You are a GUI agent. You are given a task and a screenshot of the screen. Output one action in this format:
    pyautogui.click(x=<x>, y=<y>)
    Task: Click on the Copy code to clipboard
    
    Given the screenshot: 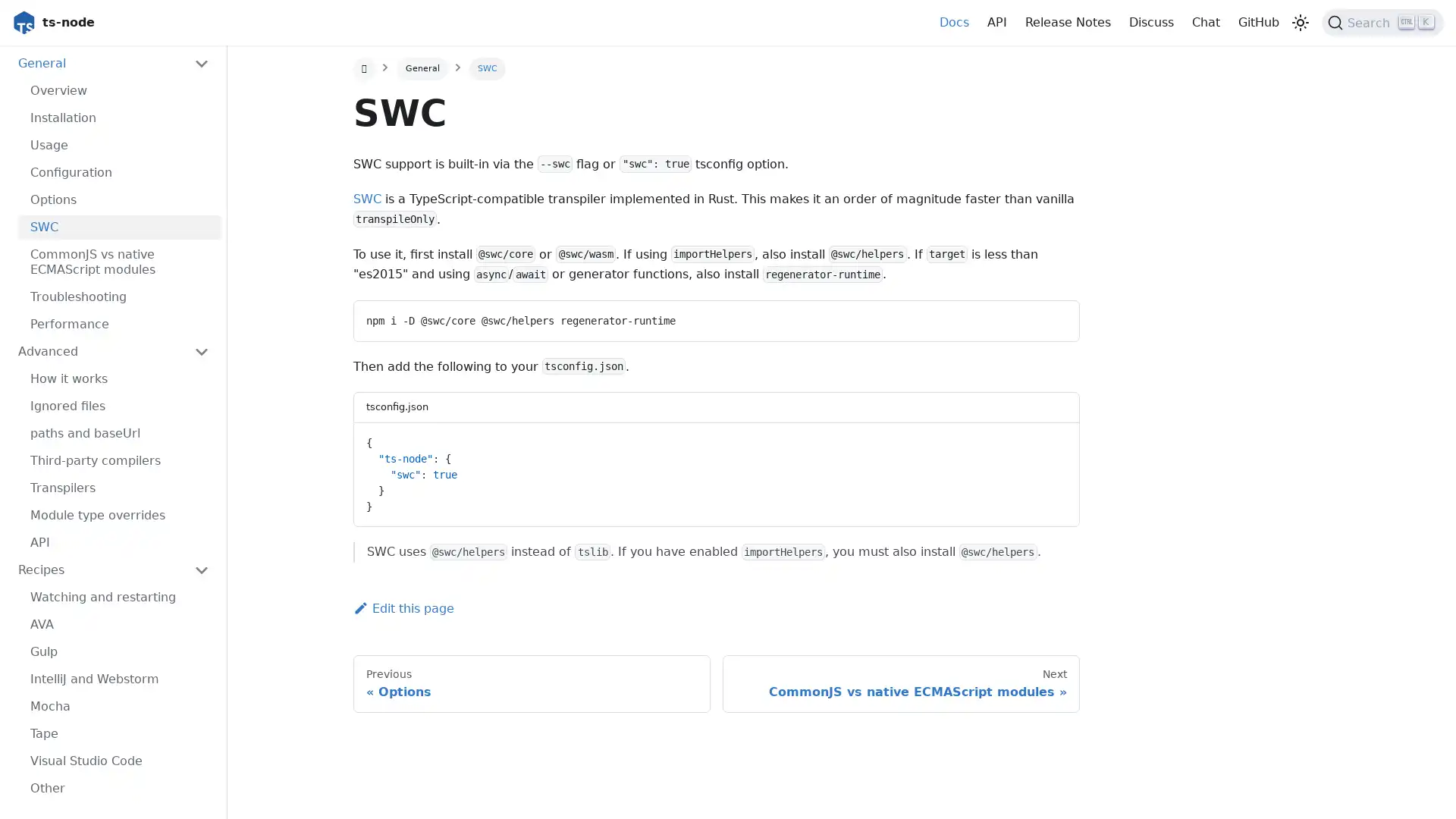 What is the action you would take?
    pyautogui.click(x=1053, y=439)
    